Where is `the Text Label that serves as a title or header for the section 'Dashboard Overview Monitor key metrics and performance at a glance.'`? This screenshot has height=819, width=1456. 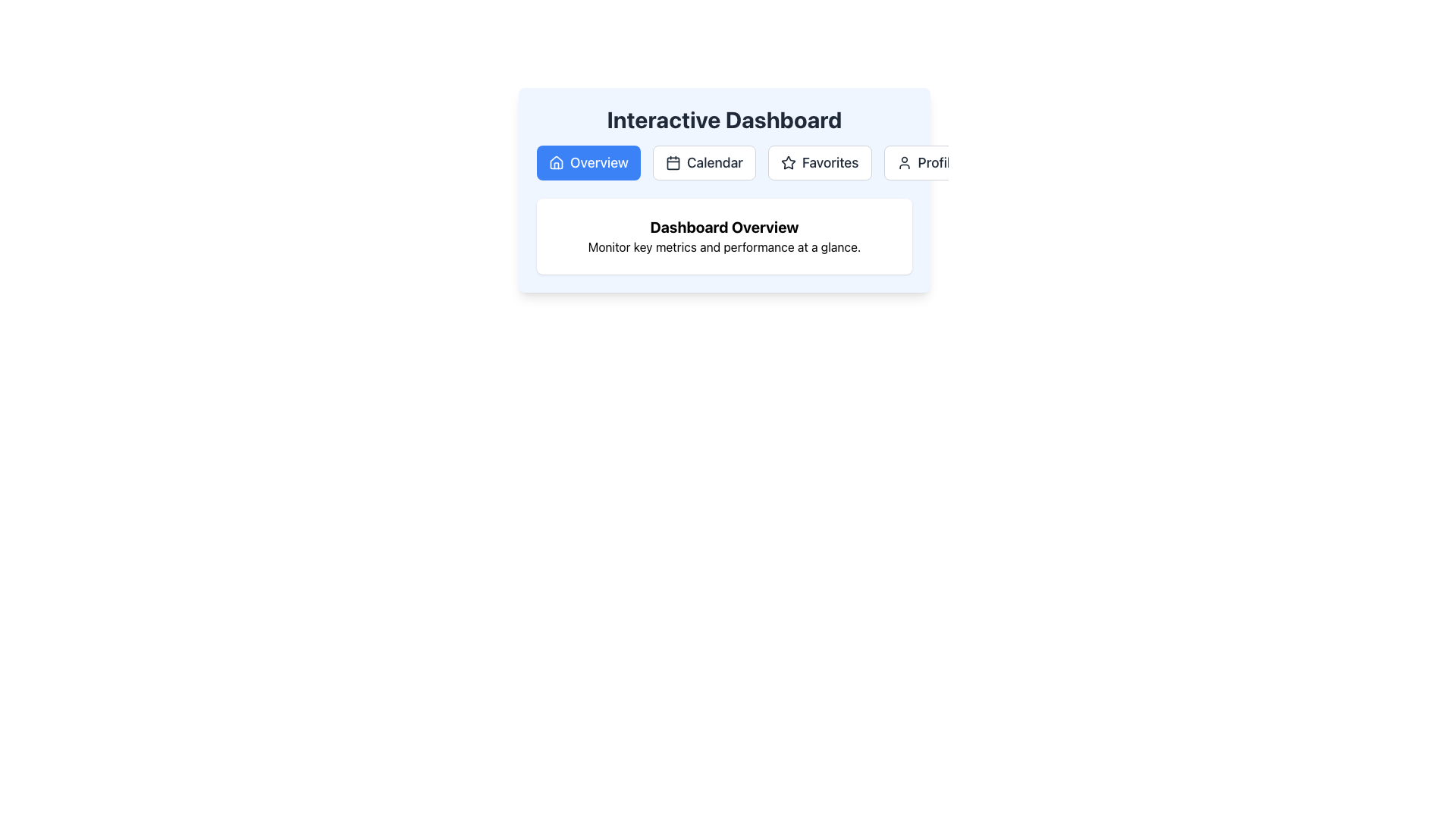 the Text Label that serves as a title or header for the section 'Dashboard Overview Monitor key metrics and performance at a glance.' is located at coordinates (723, 227).